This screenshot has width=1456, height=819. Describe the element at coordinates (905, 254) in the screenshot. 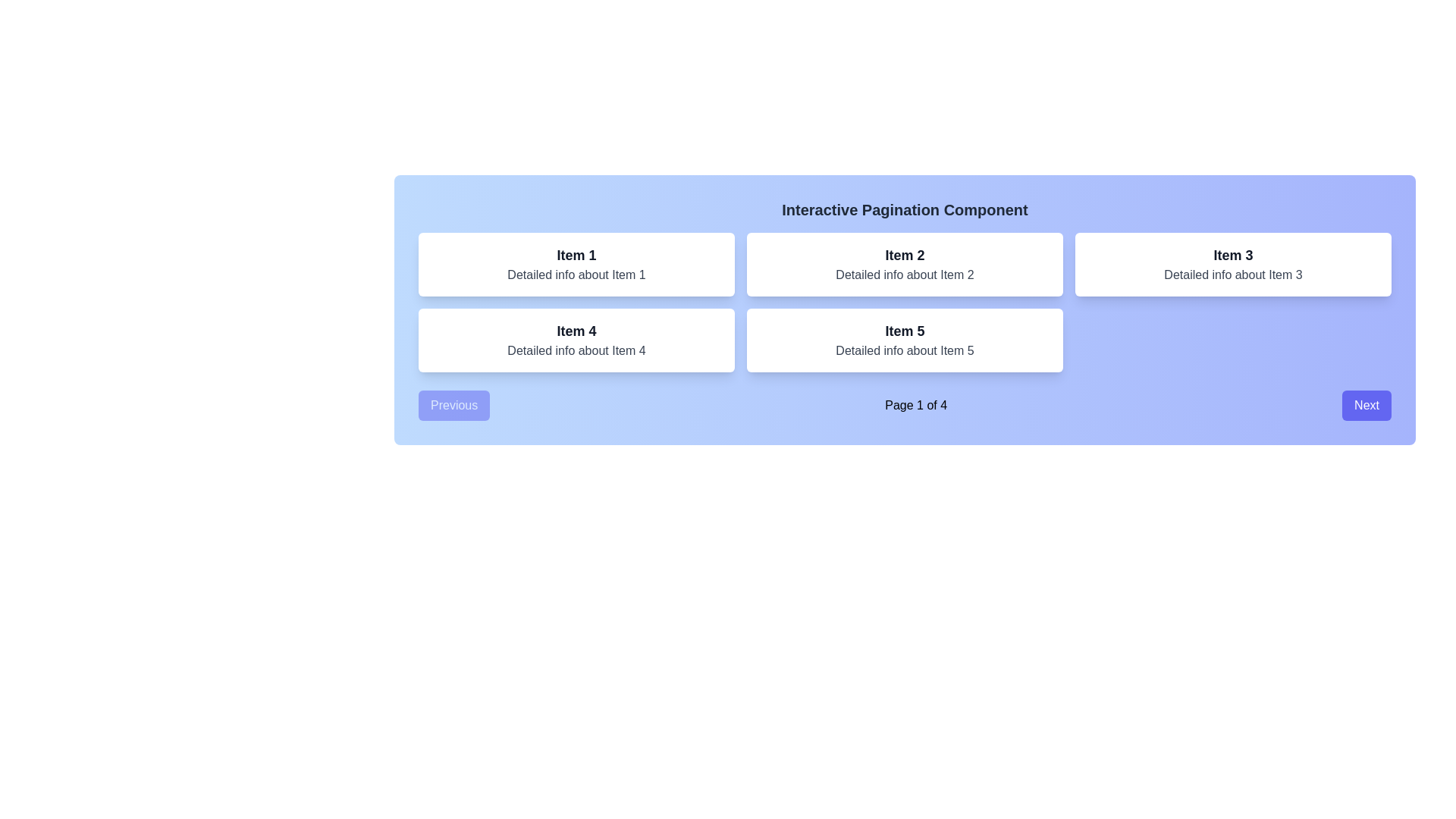

I see `the bold text 'Item 2' within the white card in the grid layout, located in the first row and second column` at that location.